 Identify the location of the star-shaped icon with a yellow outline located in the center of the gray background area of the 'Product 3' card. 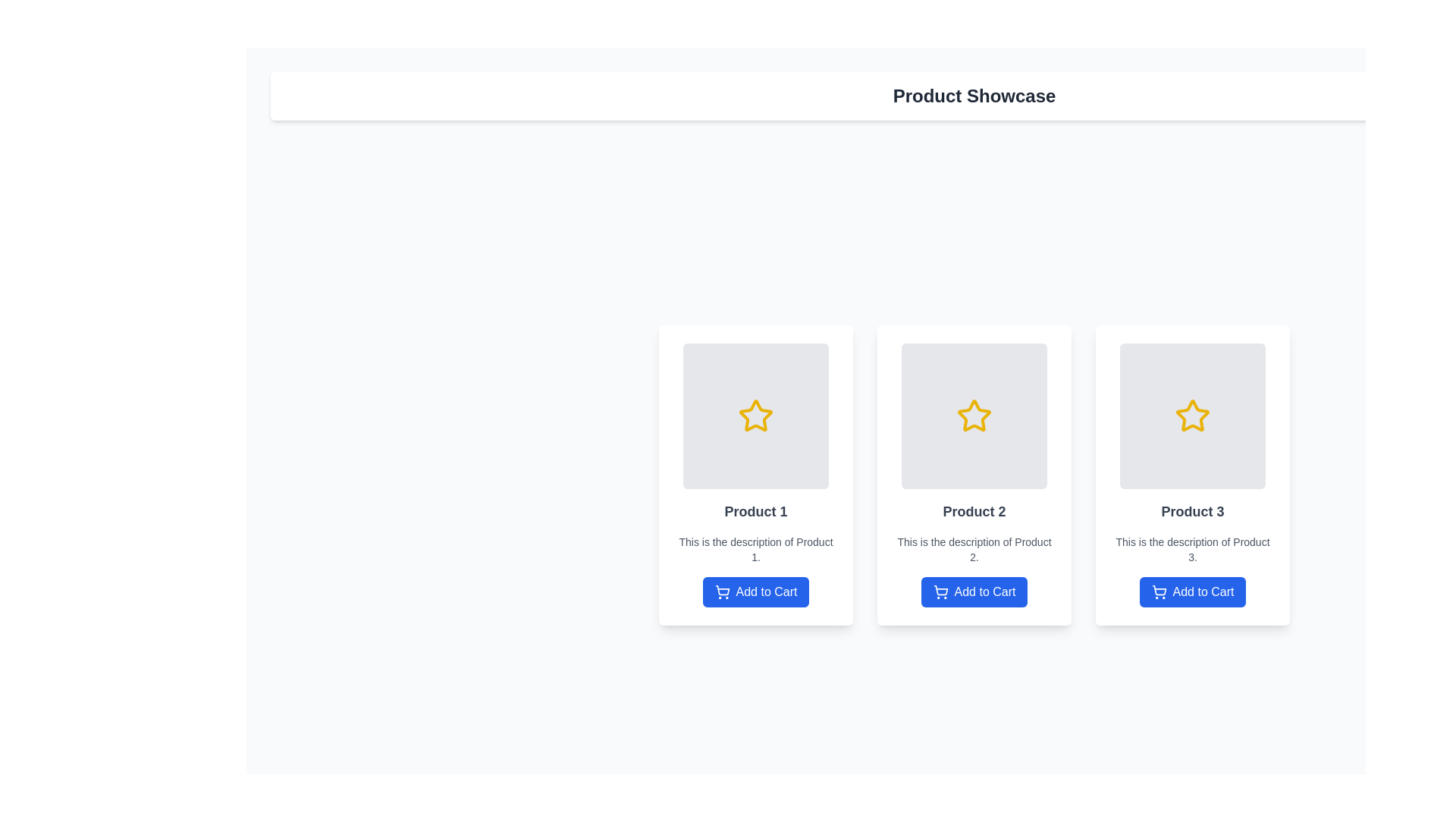
(1192, 416).